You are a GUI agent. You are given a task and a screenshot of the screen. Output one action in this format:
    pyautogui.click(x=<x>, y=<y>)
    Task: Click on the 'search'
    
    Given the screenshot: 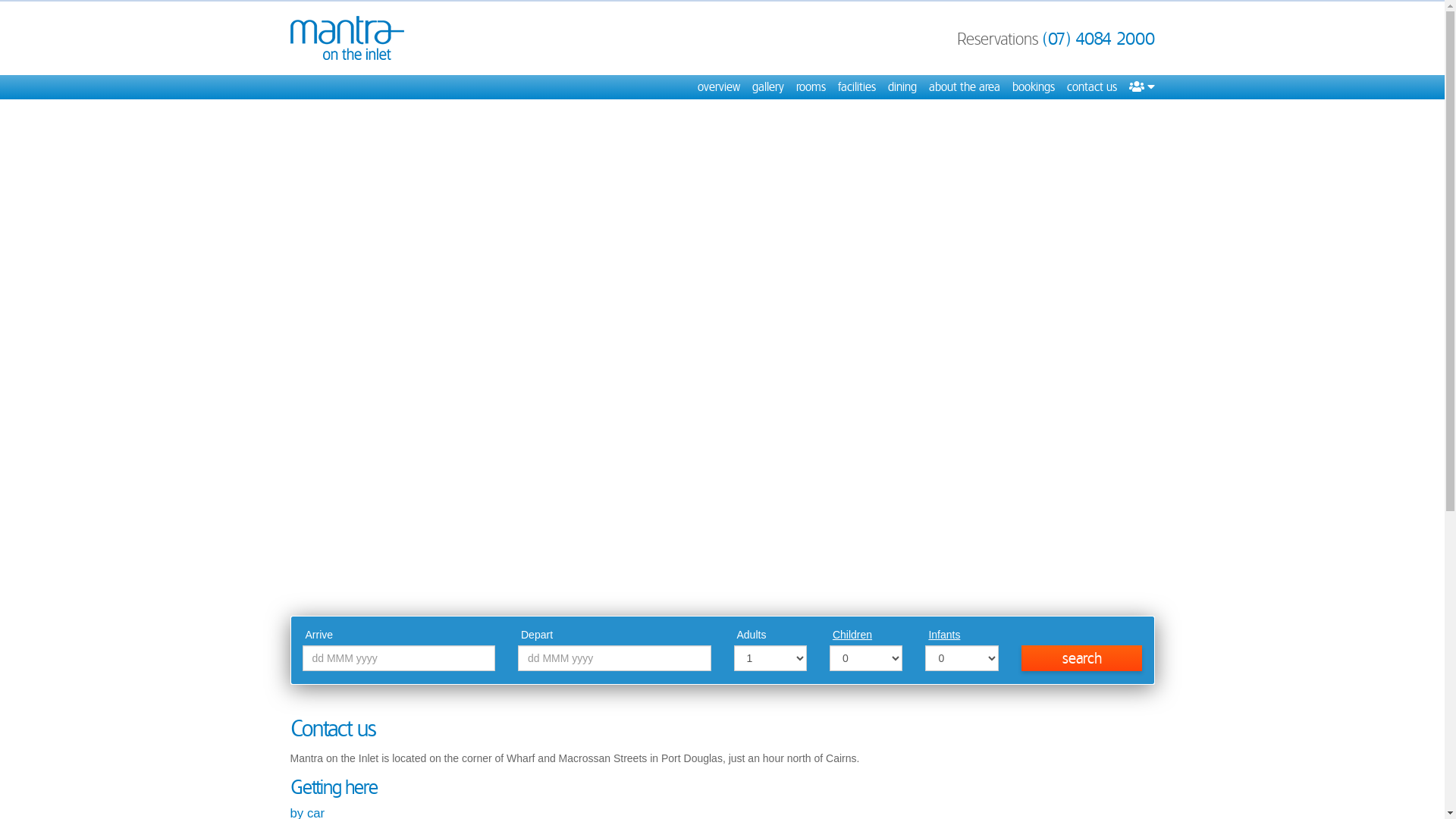 What is the action you would take?
    pyautogui.click(x=1081, y=657)
    